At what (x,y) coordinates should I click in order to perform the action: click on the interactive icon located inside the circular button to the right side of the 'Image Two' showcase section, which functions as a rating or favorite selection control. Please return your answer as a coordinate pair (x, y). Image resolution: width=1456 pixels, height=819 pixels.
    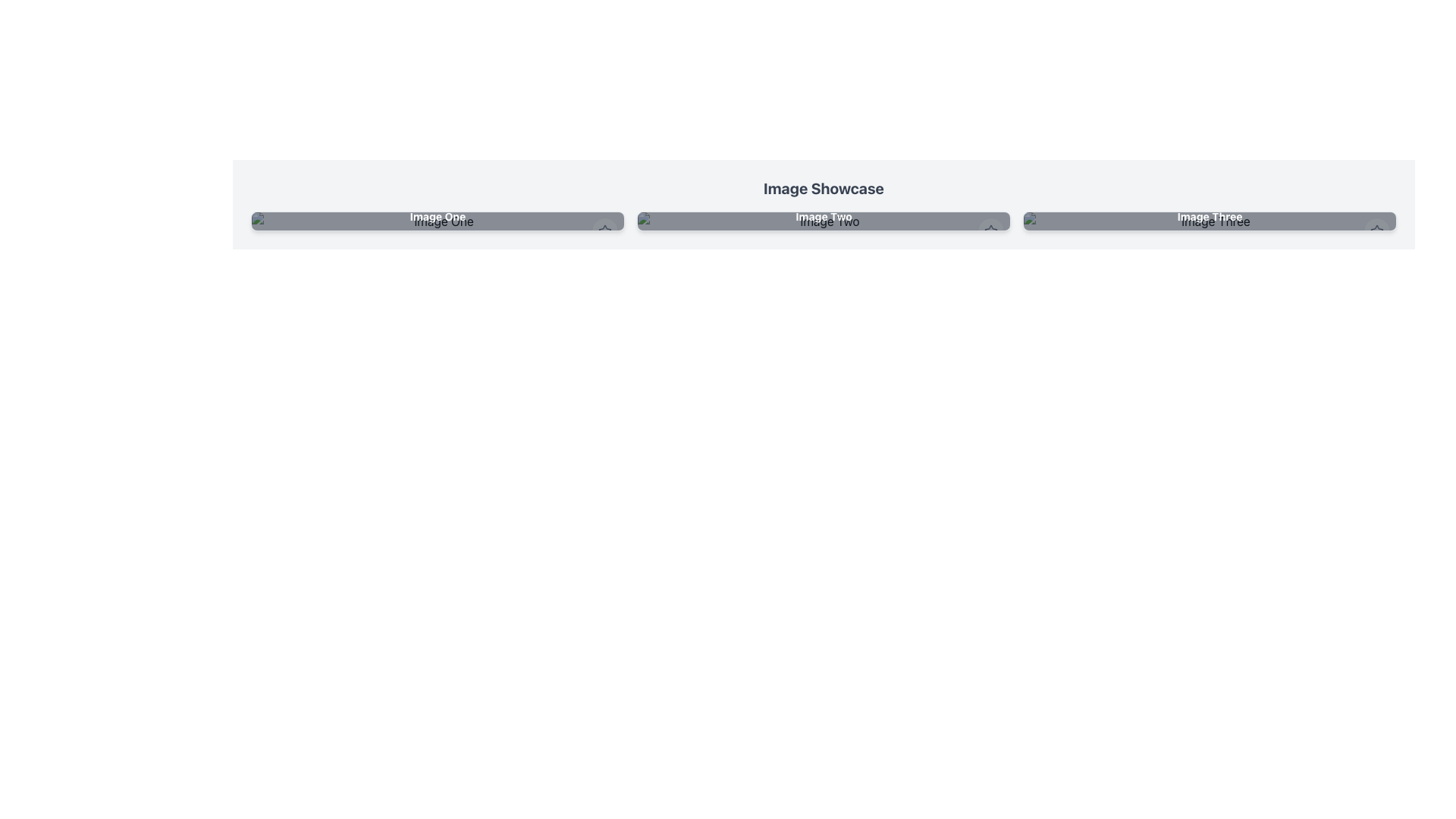
    Looking at the image, I should click on (990, 231).